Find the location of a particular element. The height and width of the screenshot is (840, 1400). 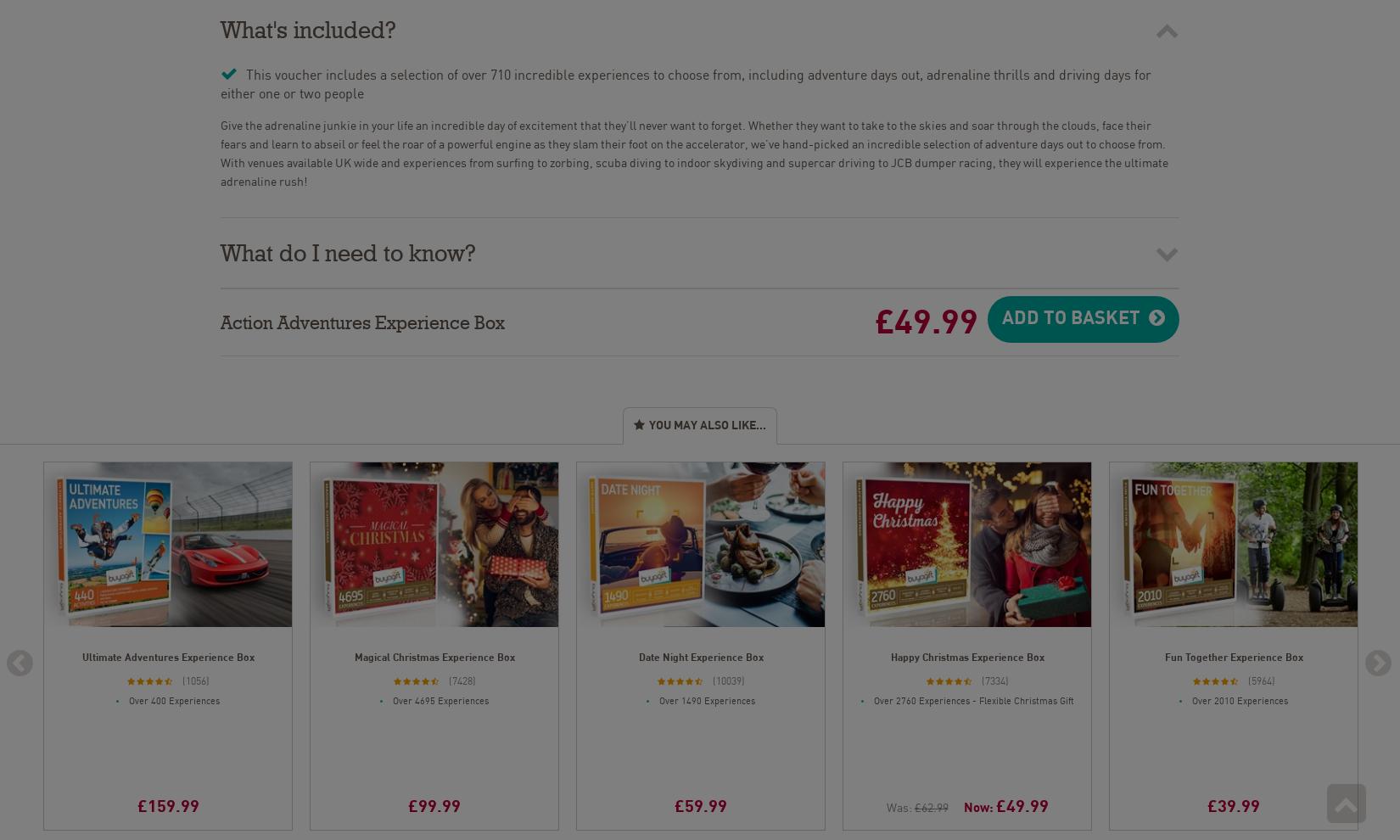

'£39.99' is located at coordinates (1232, 804).